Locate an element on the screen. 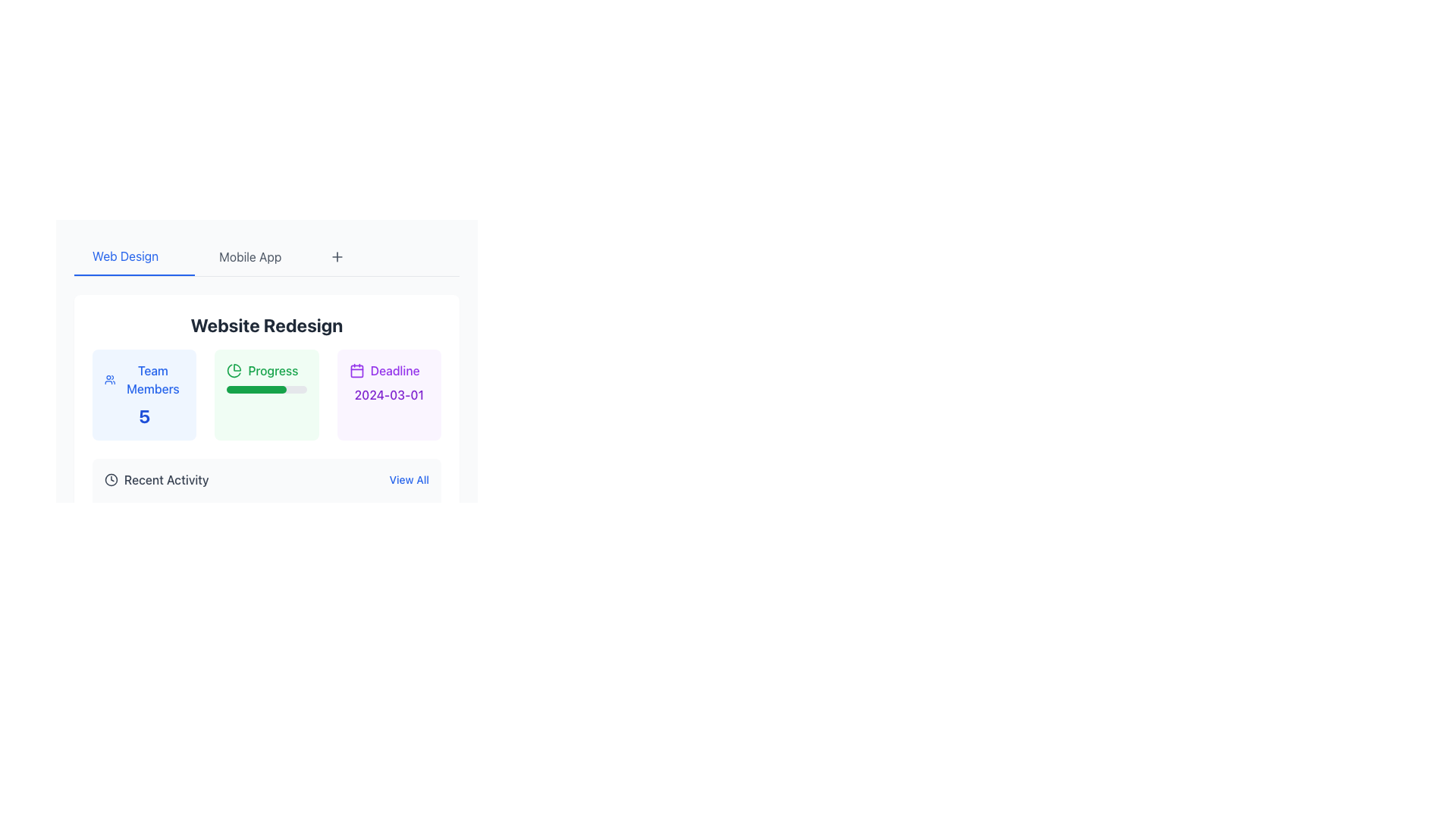 This screenshot has height=819, width=1456. the leftmost Informational card that provides an overview of the number of team members involved in the 'Website Redesign' project is located at coordinates (144, 394).